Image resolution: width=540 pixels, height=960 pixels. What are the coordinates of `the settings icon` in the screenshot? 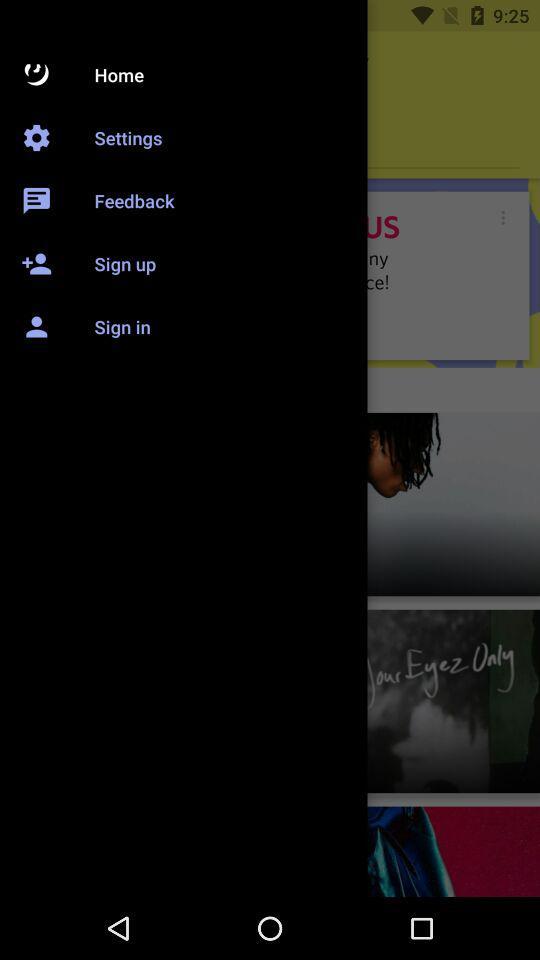 It's located at (36, 140).